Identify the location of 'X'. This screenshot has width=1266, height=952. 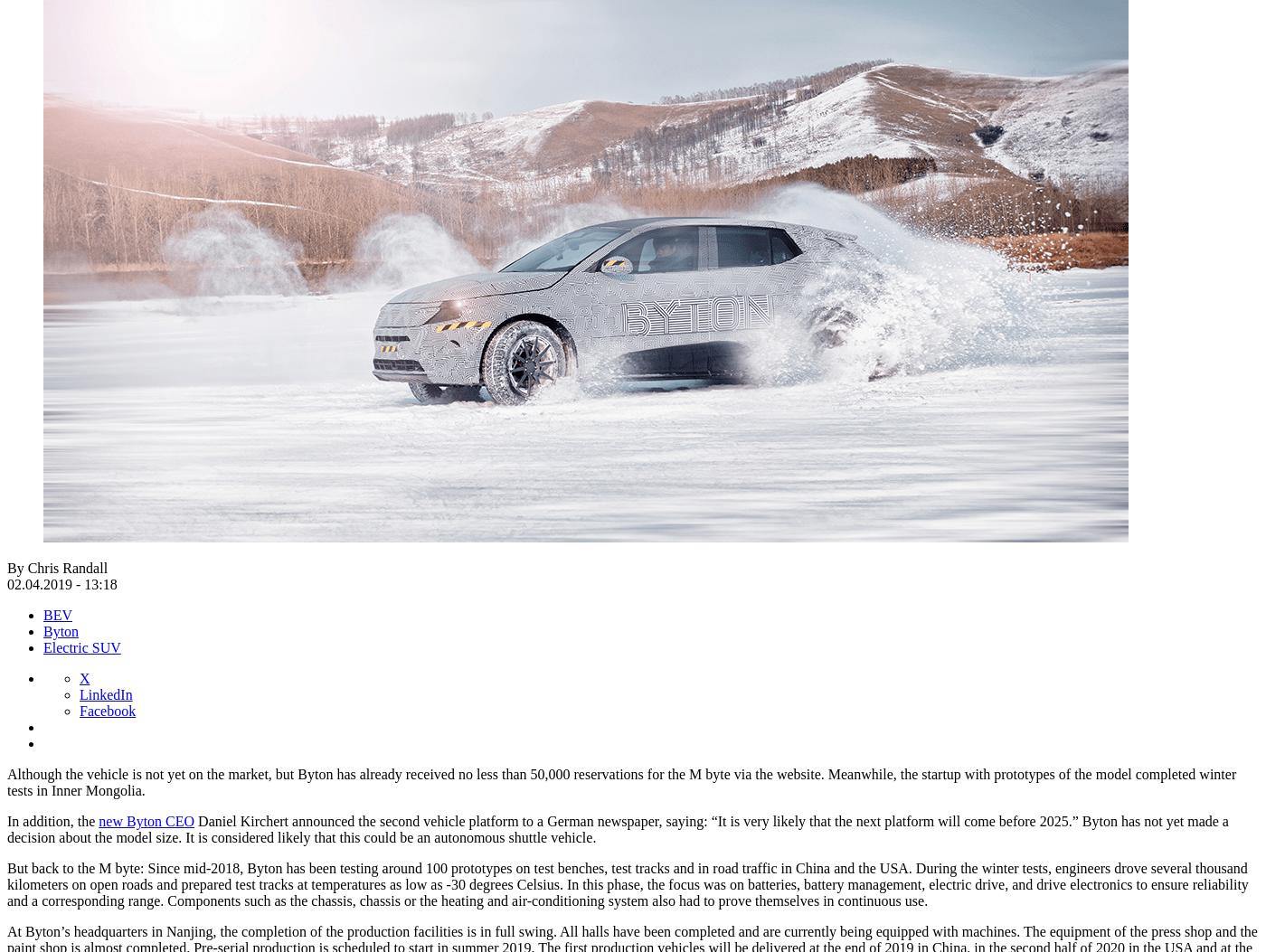
(80, 676).